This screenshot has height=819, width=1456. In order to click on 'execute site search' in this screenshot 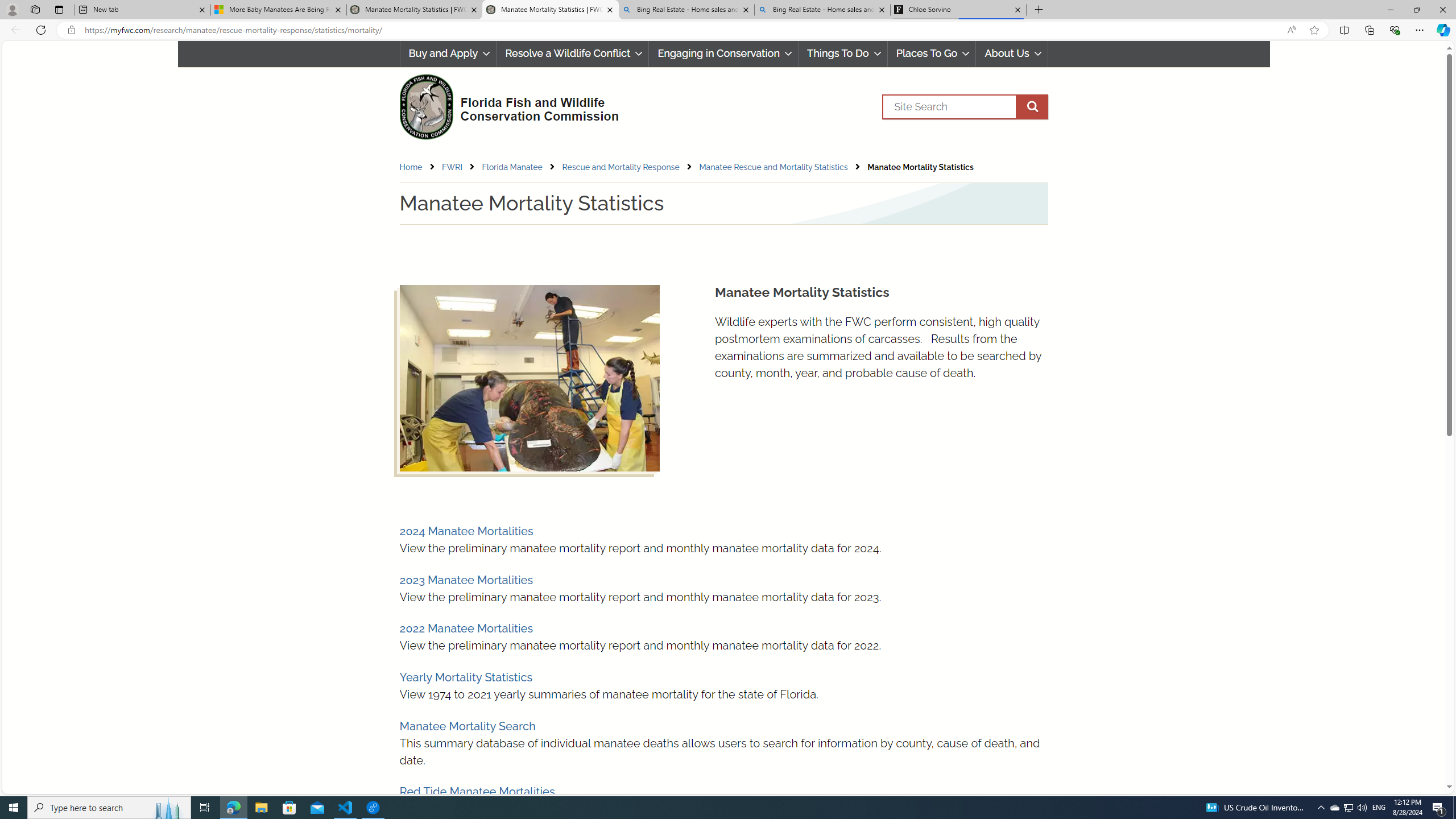, I will do `click(1031, 106)`.